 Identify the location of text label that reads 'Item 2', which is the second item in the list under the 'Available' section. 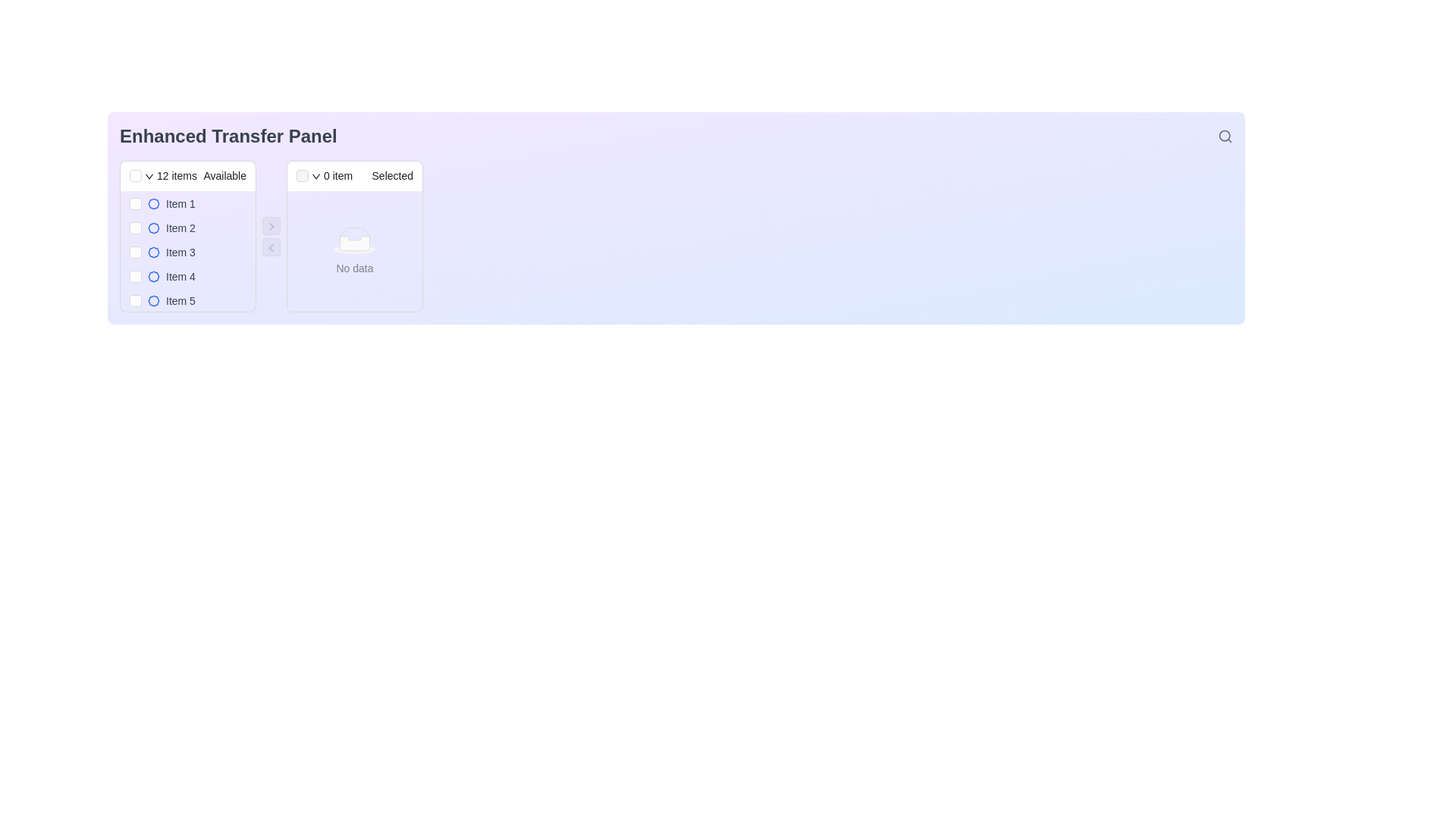
(180, 227).